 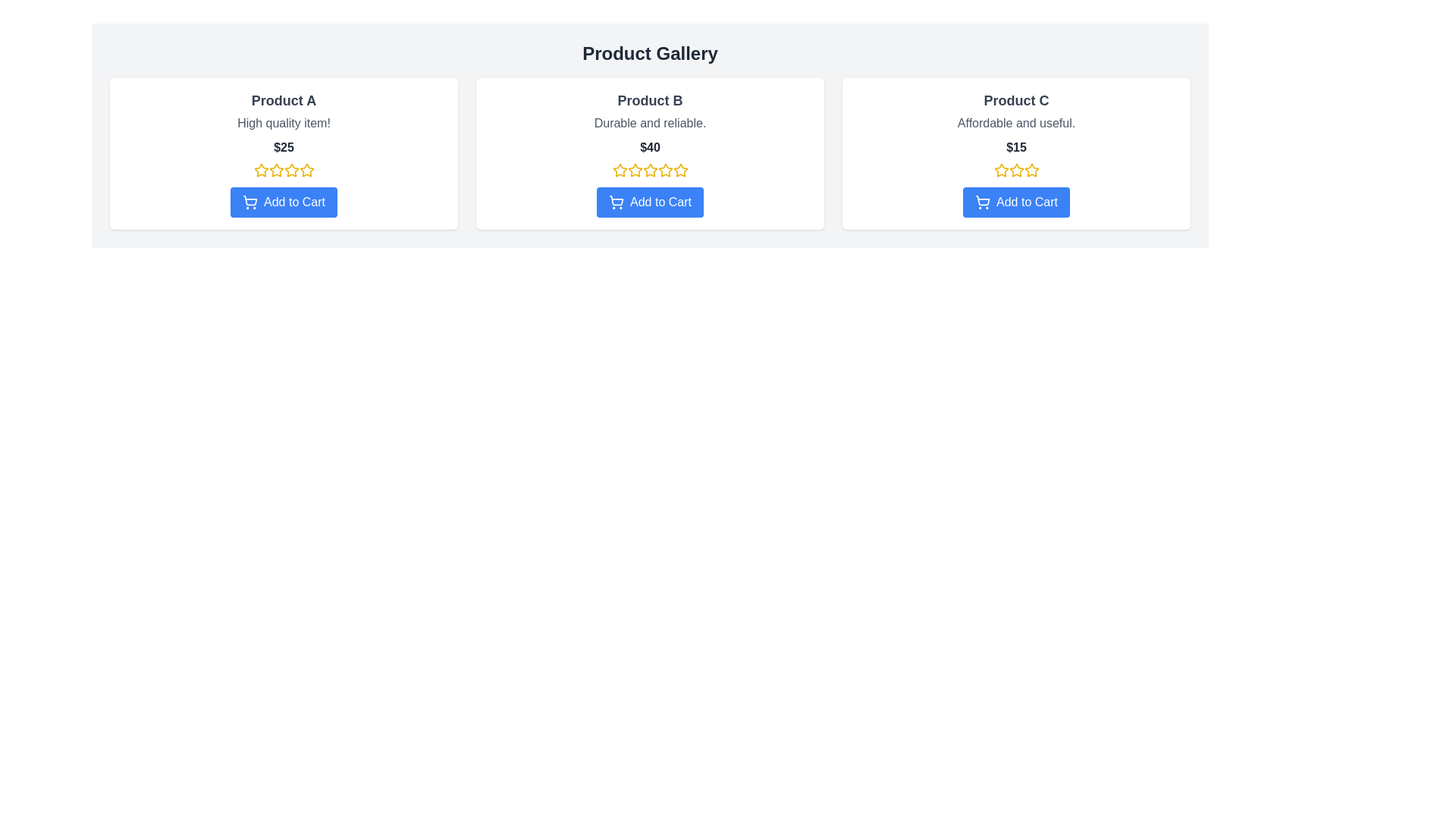 What do you see at coordinates (650, 100) in the screenshot?
I see `the text label for 'Product B', which serves as the title or name label for the product, located in the middle card of the product cards` at bounding box center [650, 100].